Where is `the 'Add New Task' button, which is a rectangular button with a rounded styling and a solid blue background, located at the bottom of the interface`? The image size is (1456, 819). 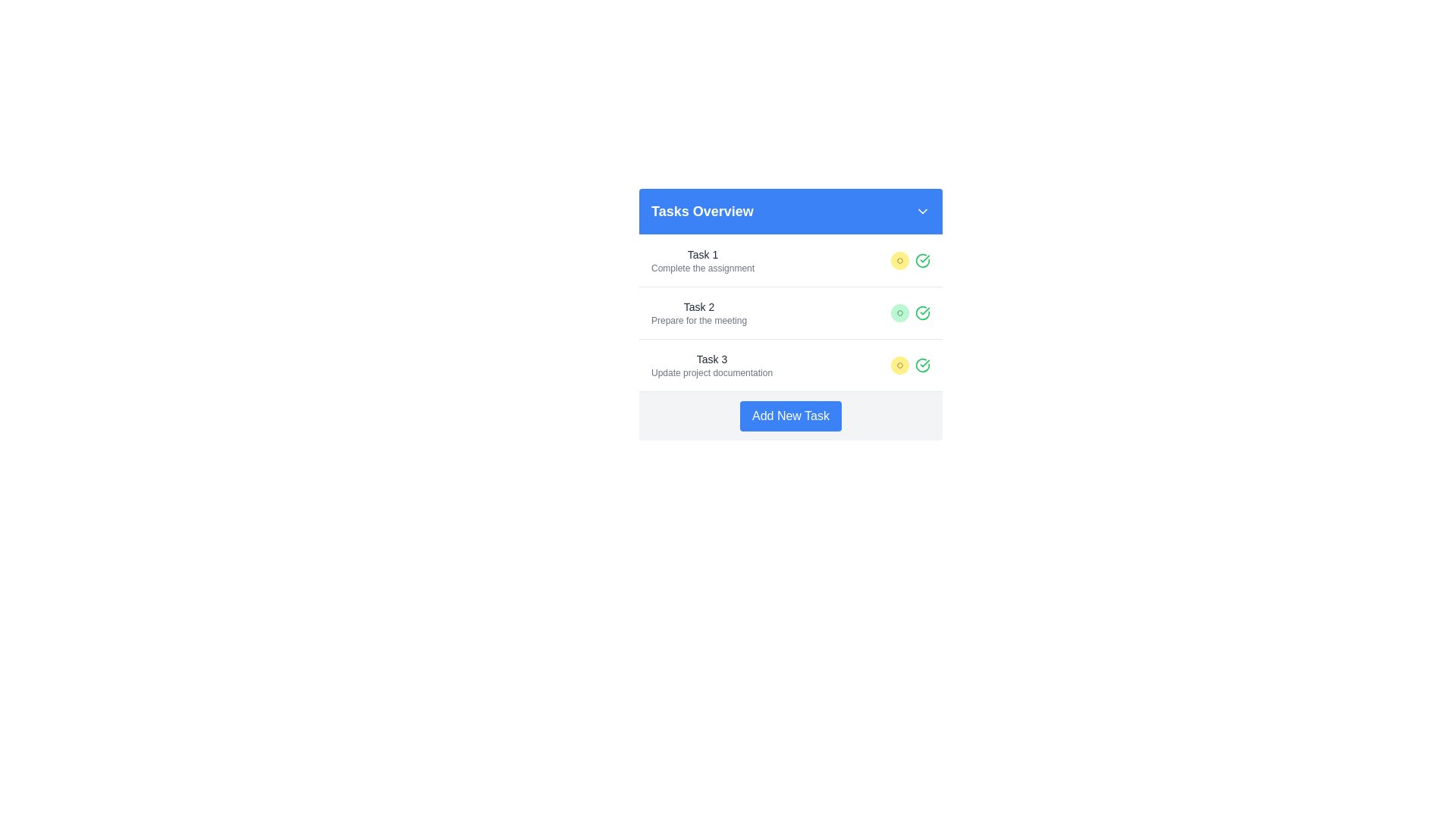
the 'Add New Task' button, which is a rectangular button with a rounded styling and a solid blue background, located at the bottom of the interface is located at coordinates (789, 416).